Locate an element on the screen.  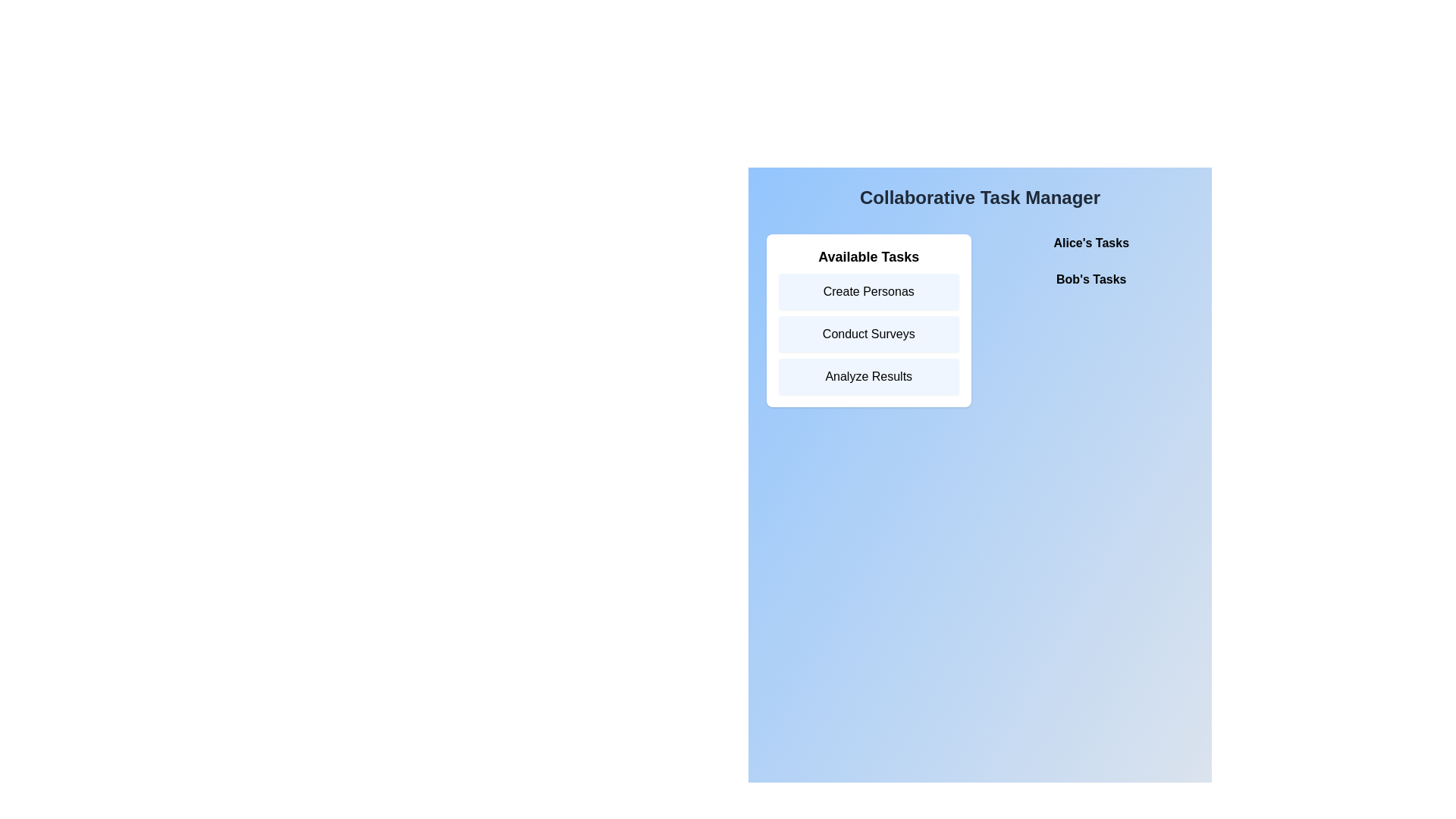
the user name to view their assigned tasks is located at coordinates (1090, 242).